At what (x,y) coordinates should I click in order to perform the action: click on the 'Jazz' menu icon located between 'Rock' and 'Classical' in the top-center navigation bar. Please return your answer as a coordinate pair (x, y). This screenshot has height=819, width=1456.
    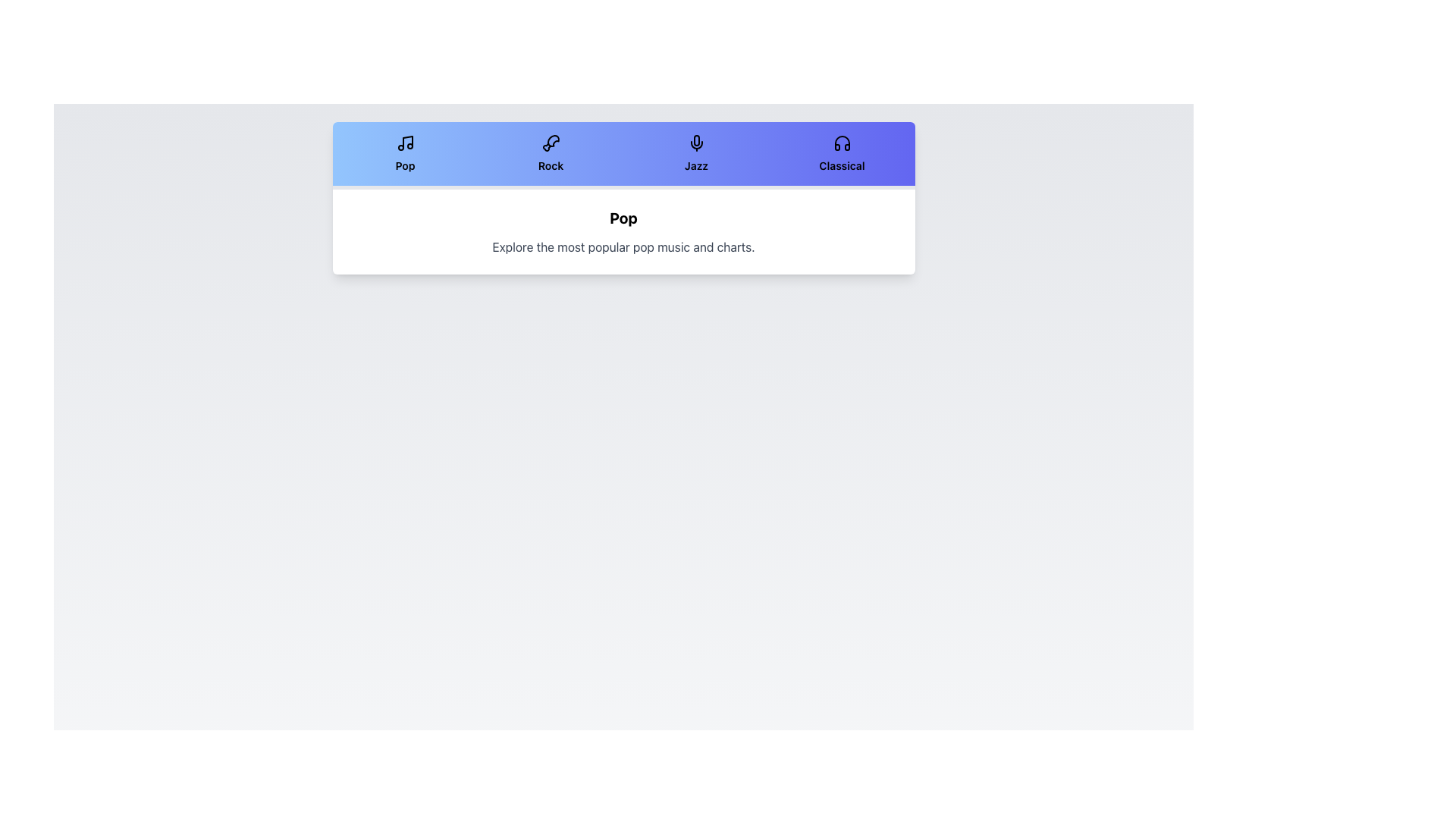
    Looking at the image, I should click on (695, 140).